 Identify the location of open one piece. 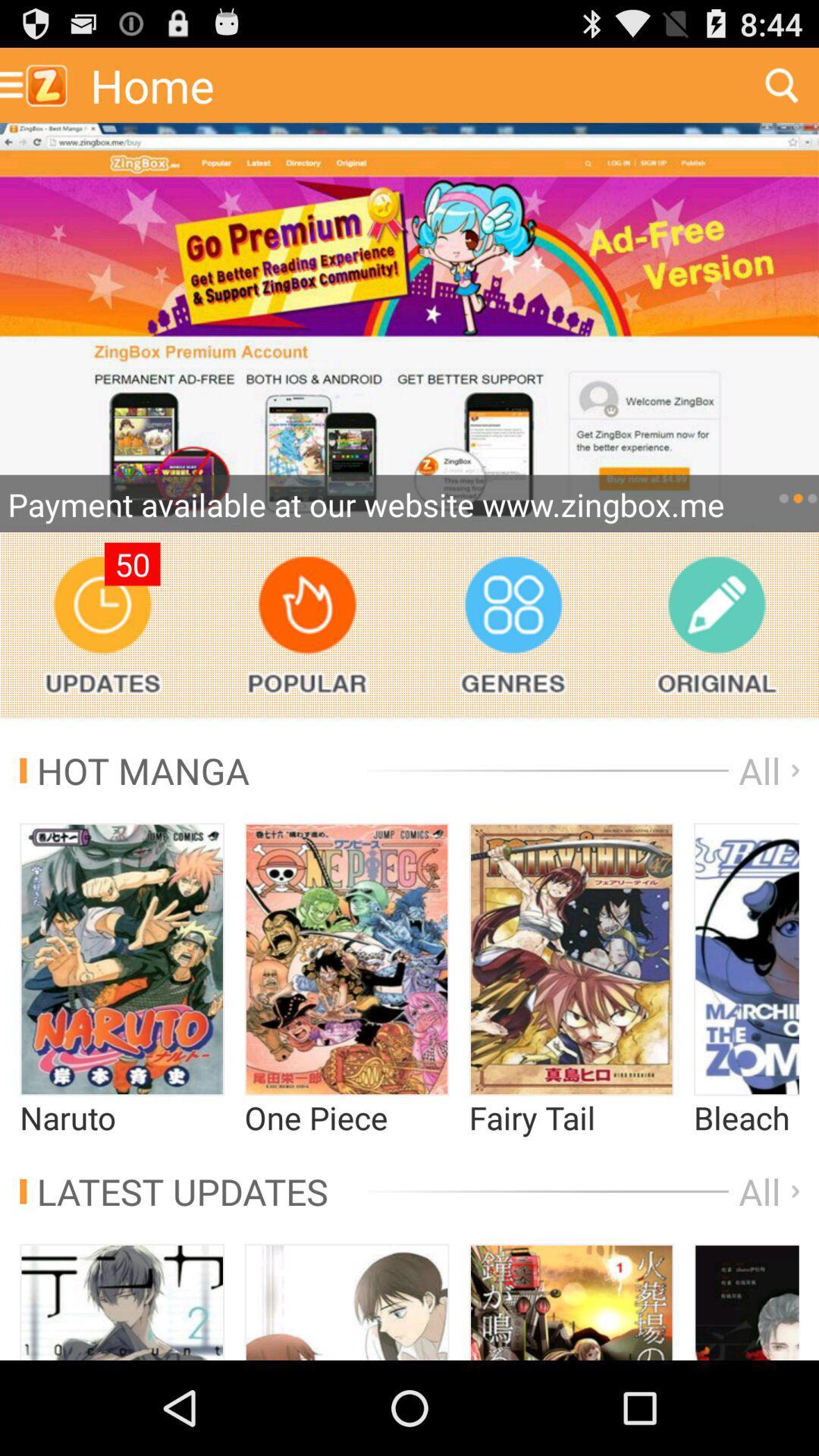
(347, 959).